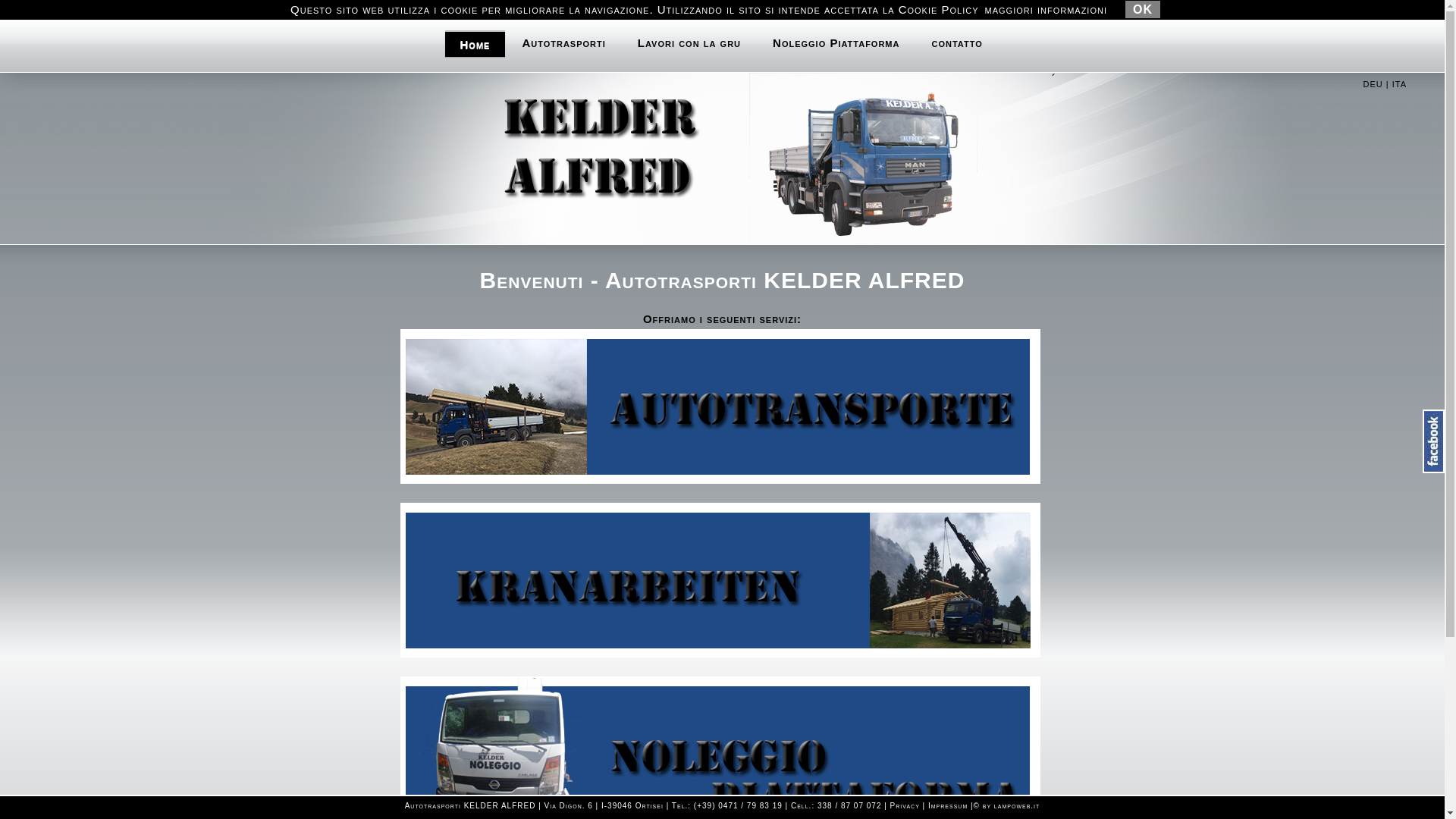 Image resolution: width=1456 pixels, height=819 pixels. Describe the element at coordinates (563, 42) in the screenshot. I see `'Autotrasporti'` at that location.